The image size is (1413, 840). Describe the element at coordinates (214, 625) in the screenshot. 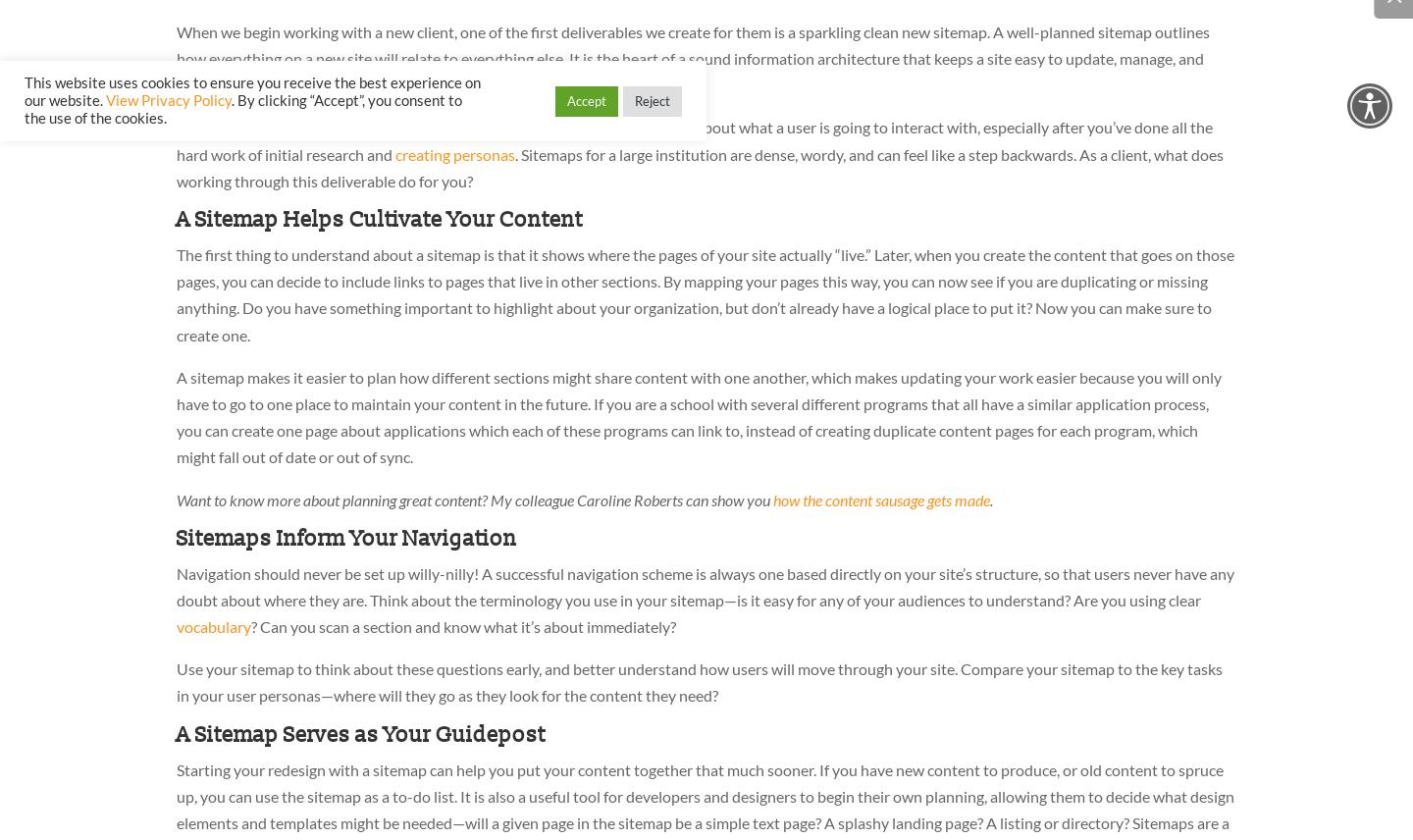

I see `'vocabulary'` at that location.